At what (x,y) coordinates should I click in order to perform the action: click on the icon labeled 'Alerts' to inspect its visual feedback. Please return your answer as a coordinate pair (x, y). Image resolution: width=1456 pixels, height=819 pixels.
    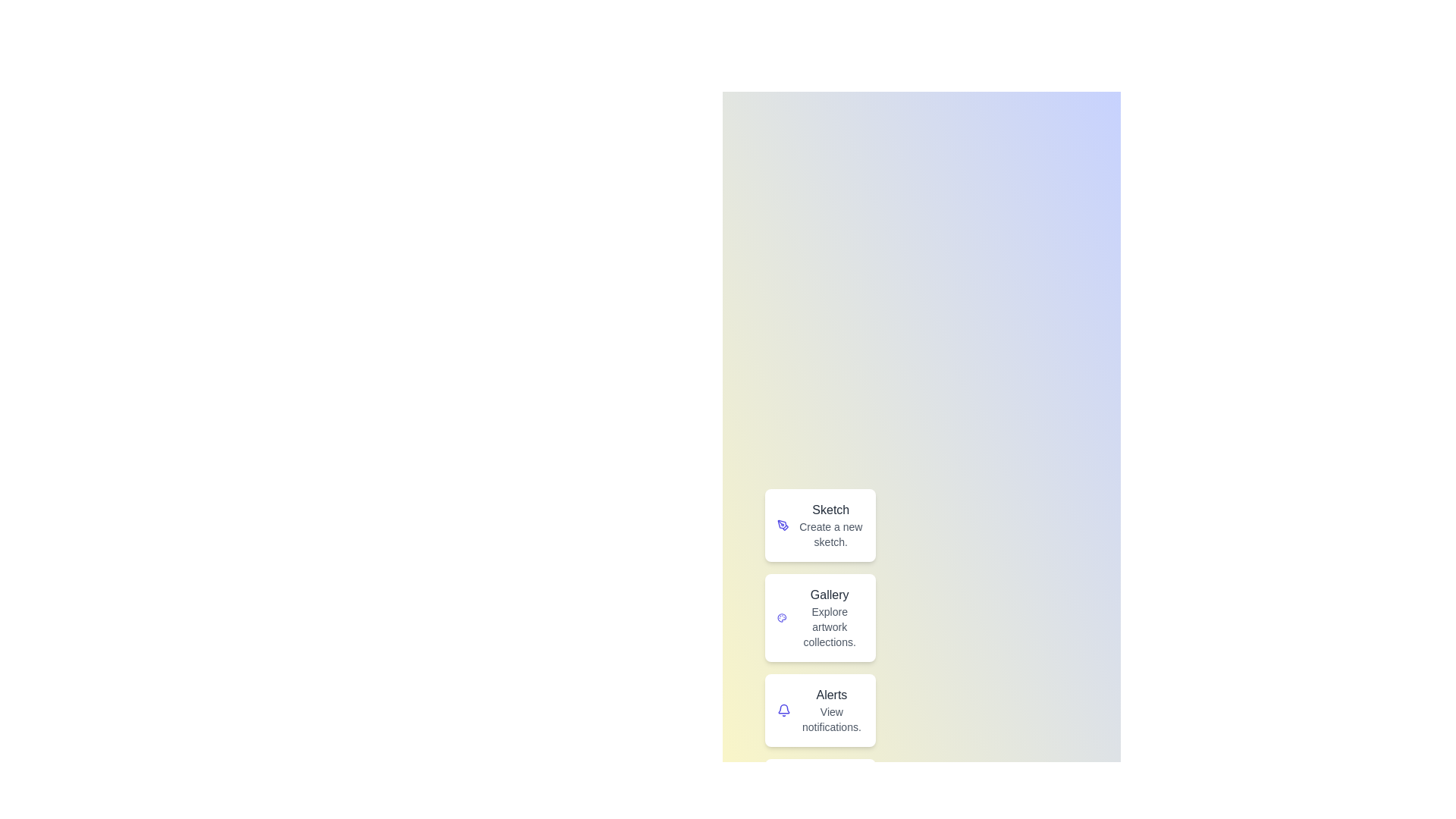
    Looking at the image, I should click on (783, 711).